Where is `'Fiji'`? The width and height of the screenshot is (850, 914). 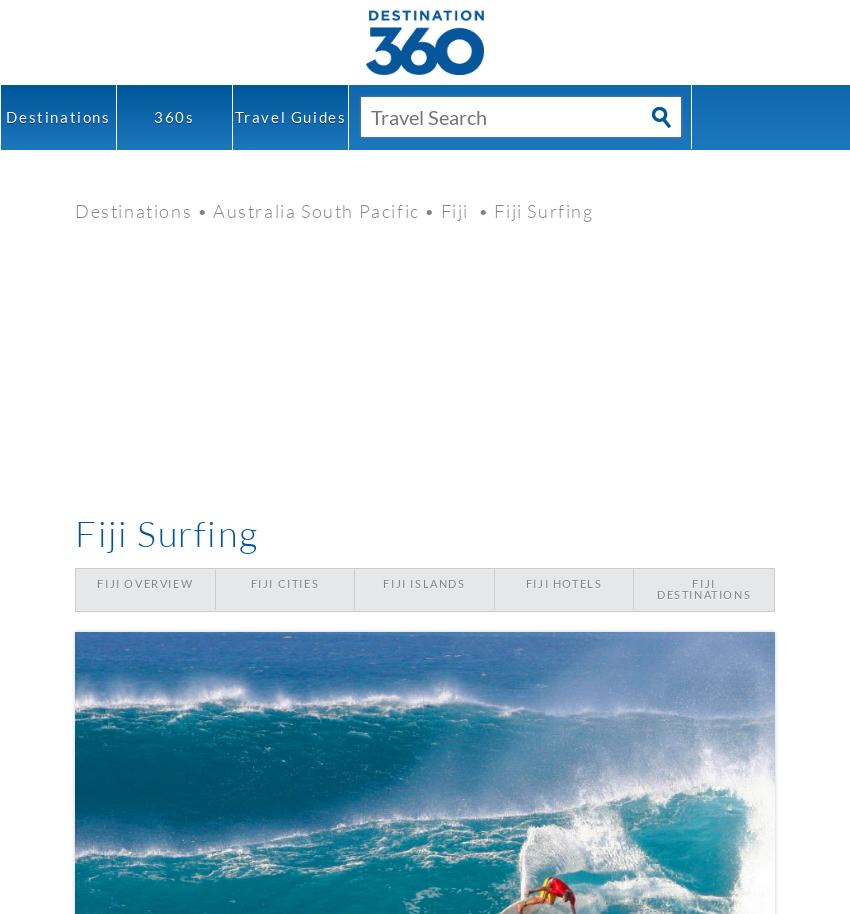 'Fiji' is located at coordinates (455, 211).